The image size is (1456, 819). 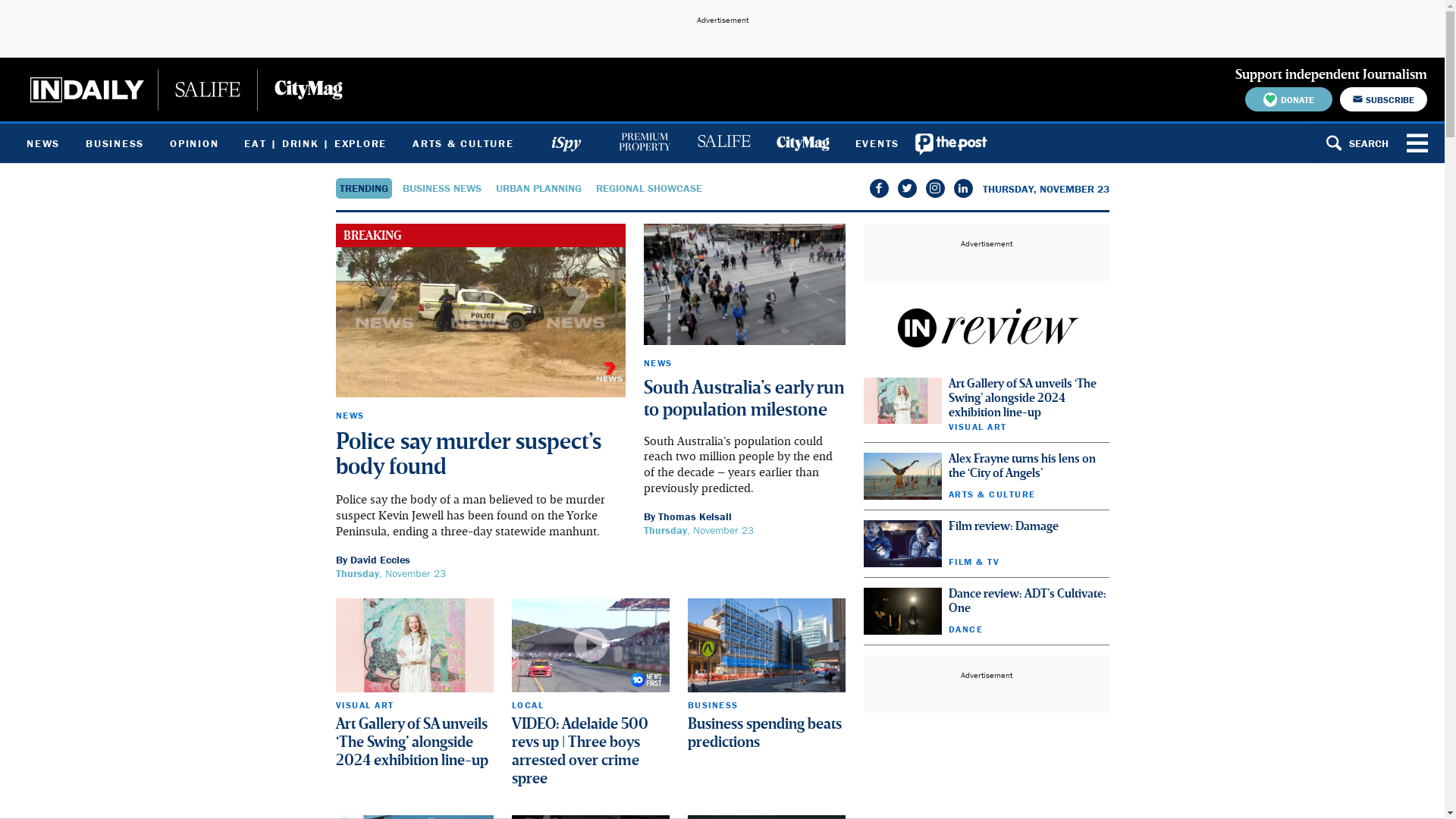 What do you see at coordinates (1003, 526) in the screenshot?
I see `'Film review: Damage'` at bounding box center [1003, 526].